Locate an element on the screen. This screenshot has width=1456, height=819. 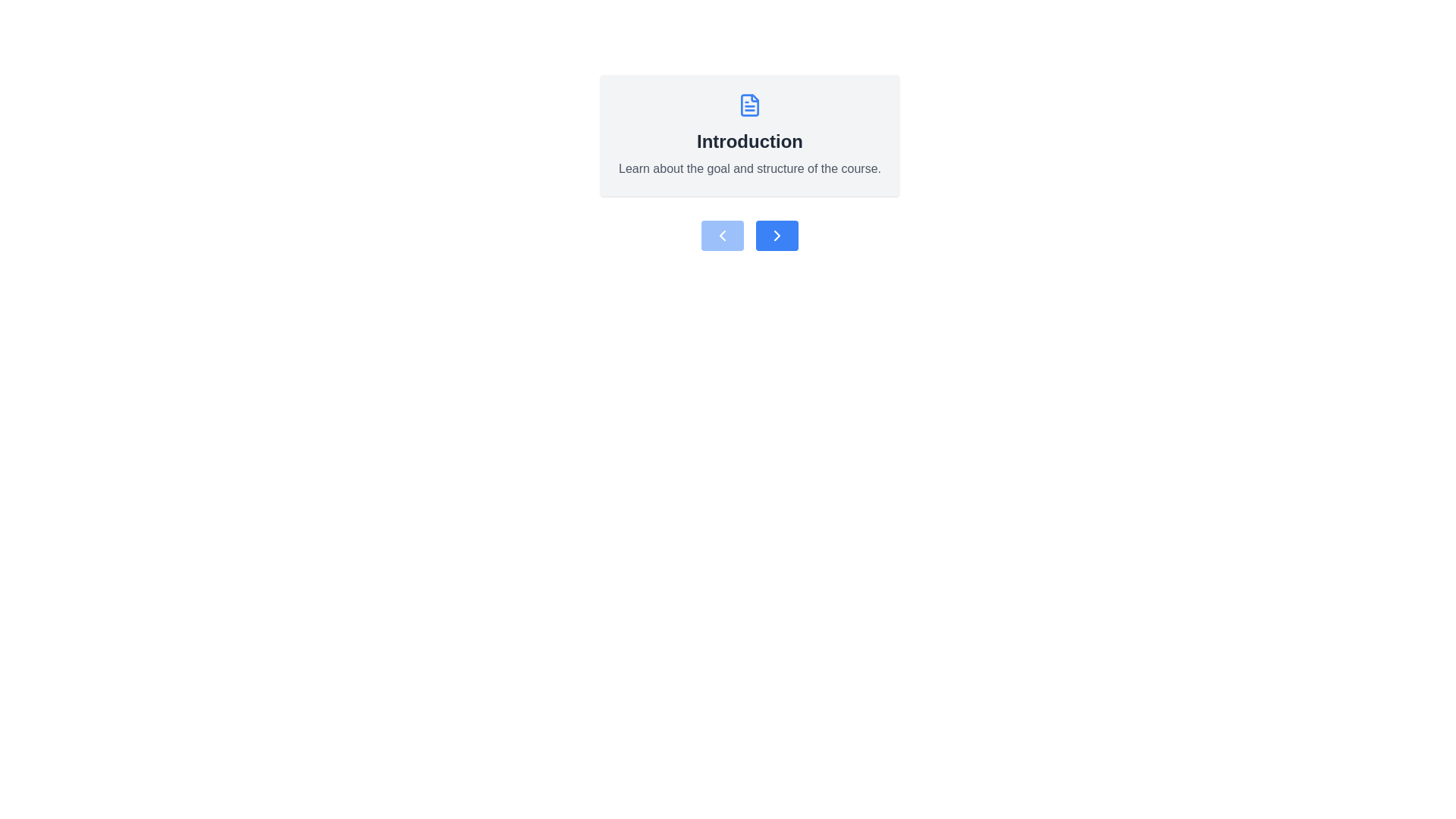
the right arrow icon located in the rightmost button of the button group below the title 'Introduction' is located at coordinates (777, 236).